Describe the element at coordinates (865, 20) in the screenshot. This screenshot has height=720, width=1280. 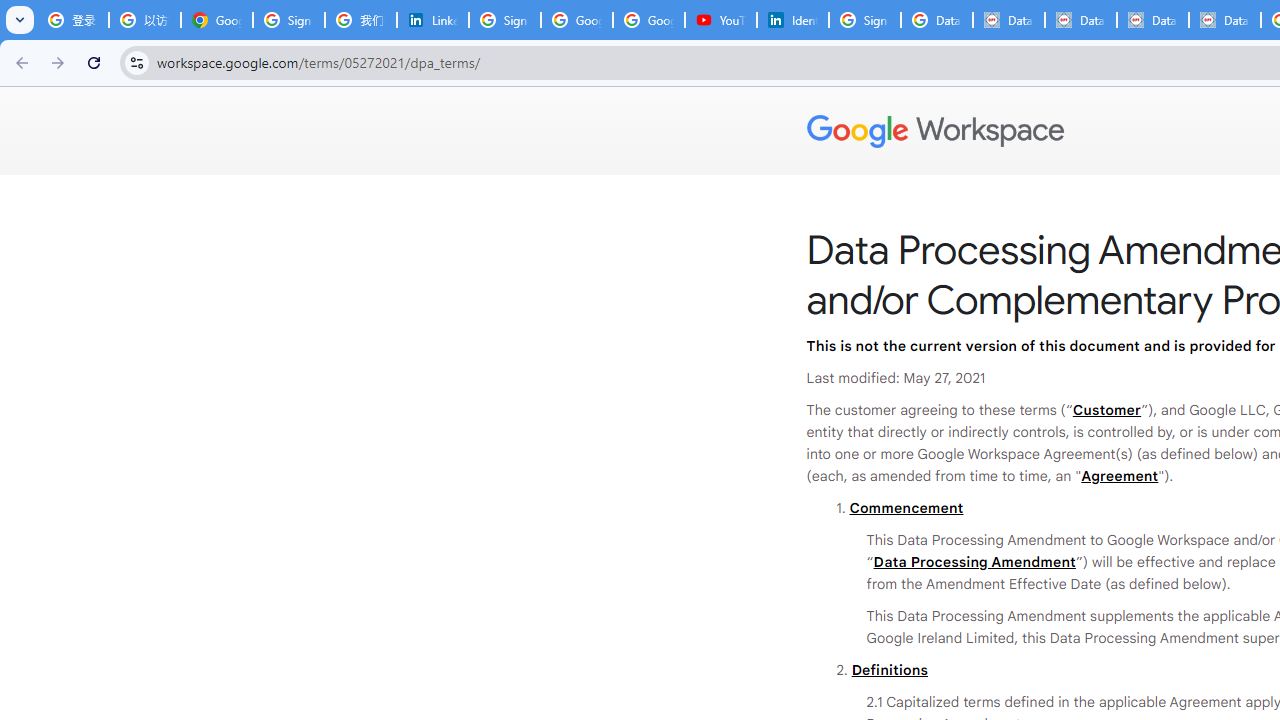
I see `'Sign in - Google Accounts'` at that location.